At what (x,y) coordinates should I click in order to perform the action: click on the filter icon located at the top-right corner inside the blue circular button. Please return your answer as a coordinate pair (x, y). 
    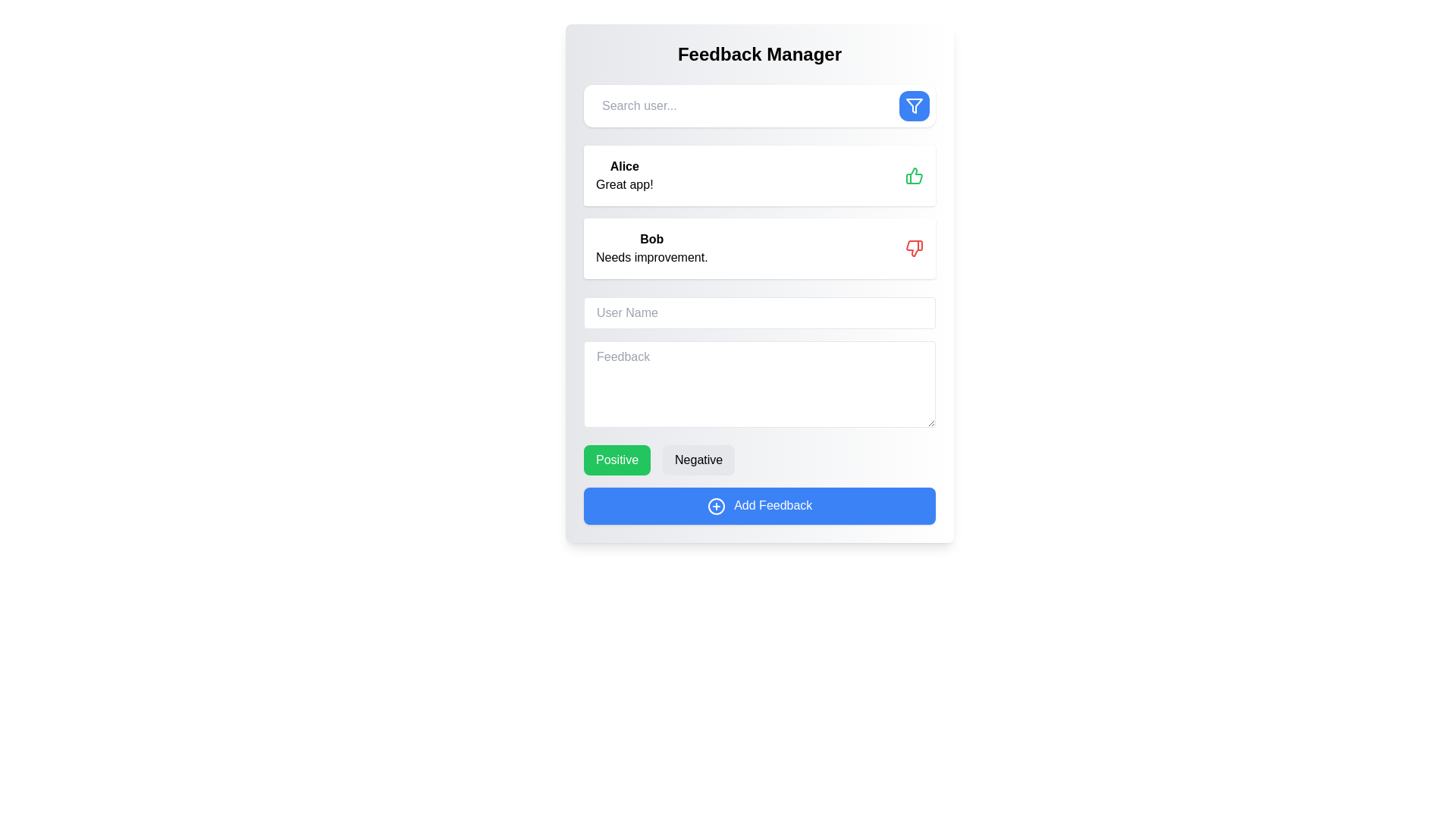
    Looking at the image, I should click on (913, 105).